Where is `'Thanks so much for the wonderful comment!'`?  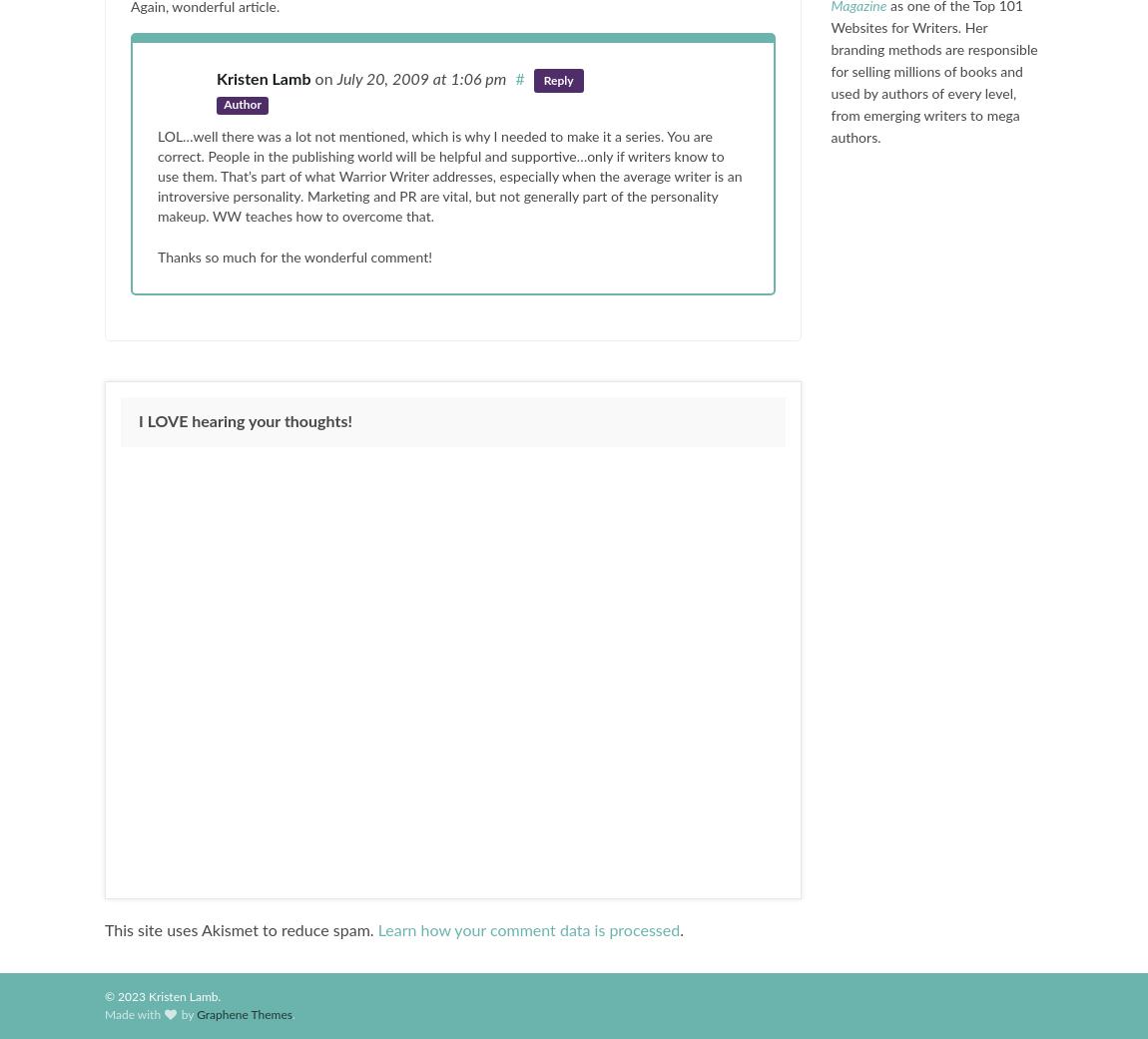
'Thanks so much for the wonderful comment!' is located at coordinates (294, 258).